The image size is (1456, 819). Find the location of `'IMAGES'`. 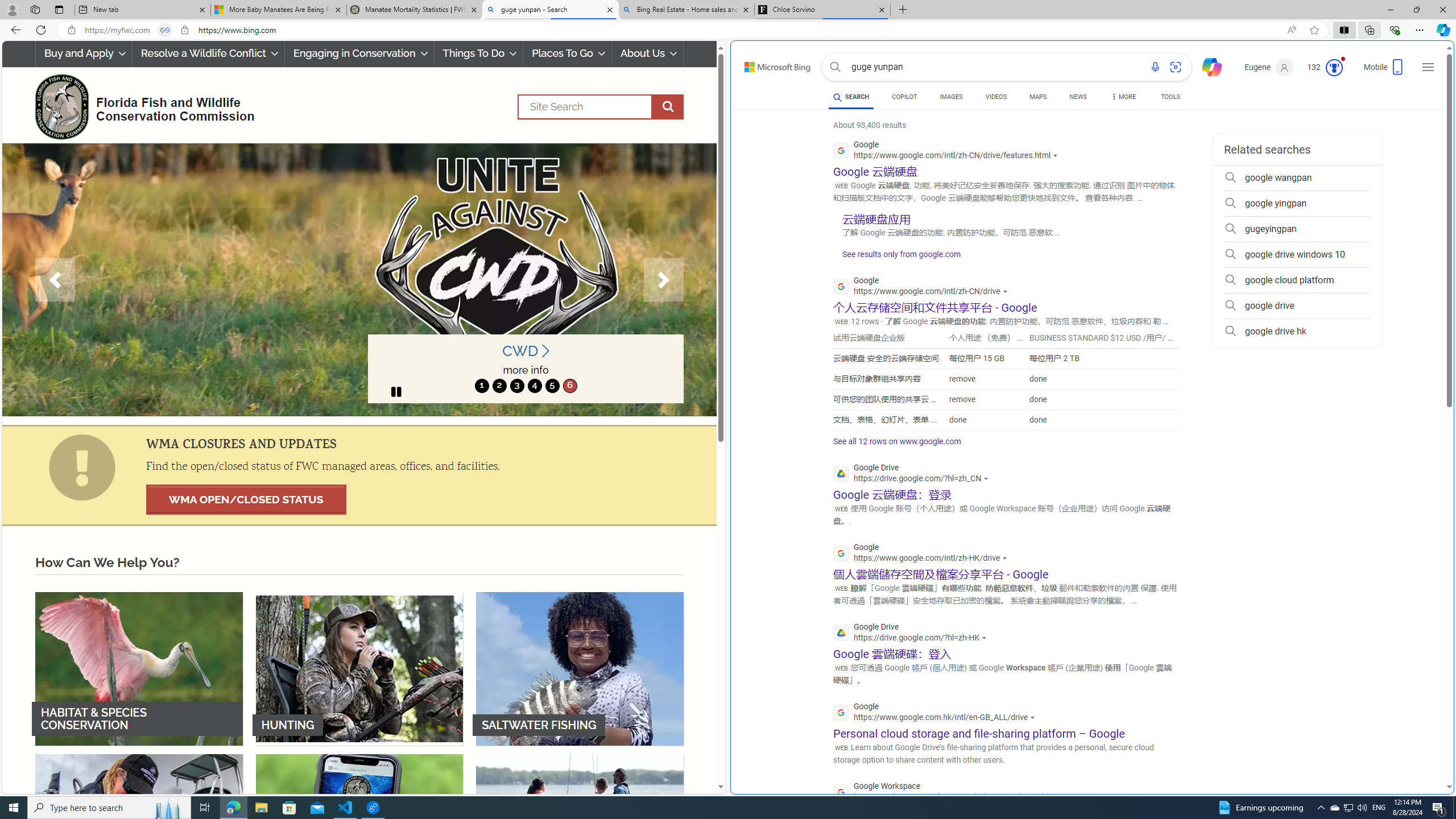

'IMAGES' is located at coordinates (950, 96).